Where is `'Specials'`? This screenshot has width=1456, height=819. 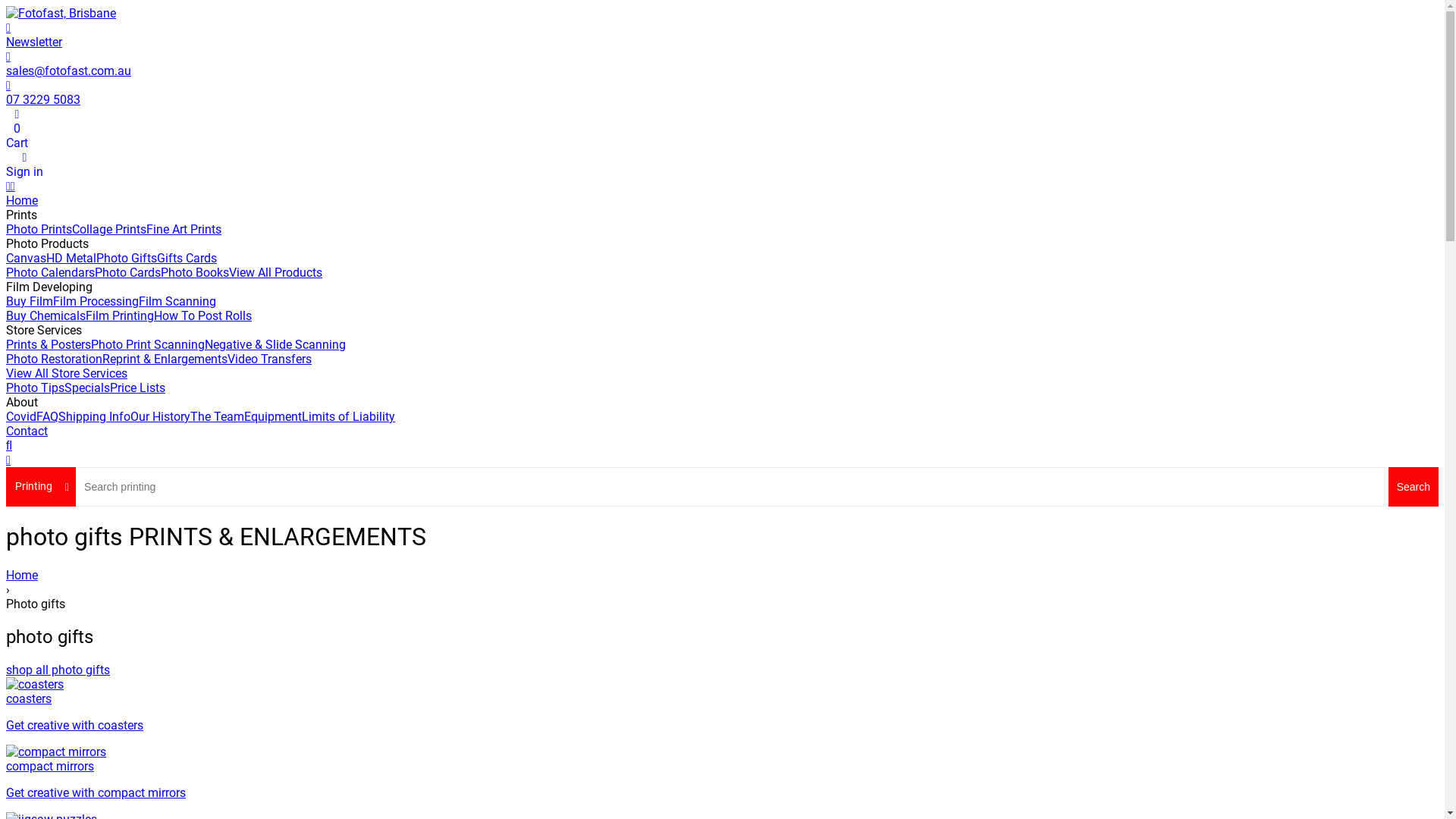 'Specials' is located at coordinates (64, 387).